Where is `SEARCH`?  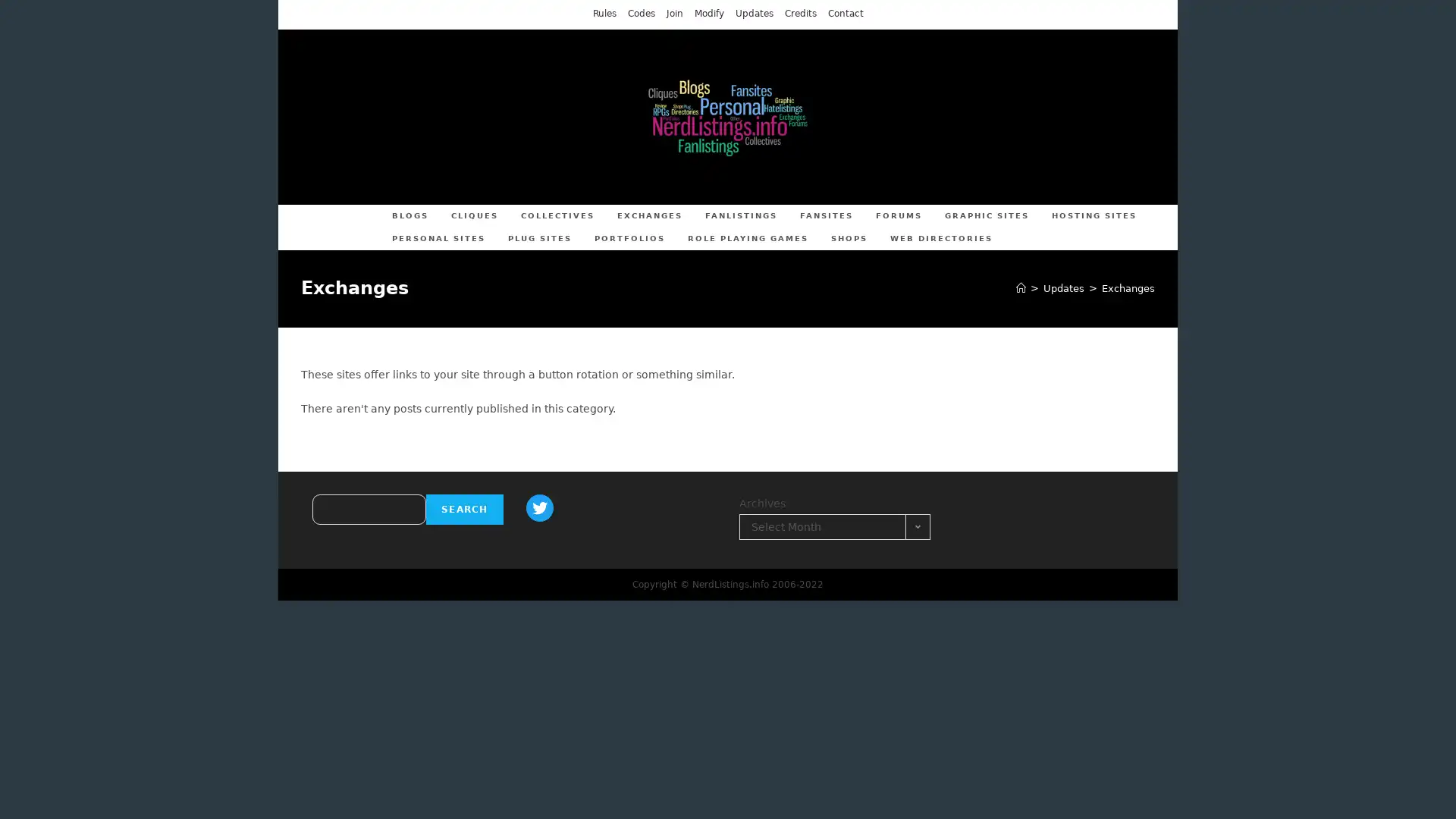
SEARCH is located at coordinates (463, 509).